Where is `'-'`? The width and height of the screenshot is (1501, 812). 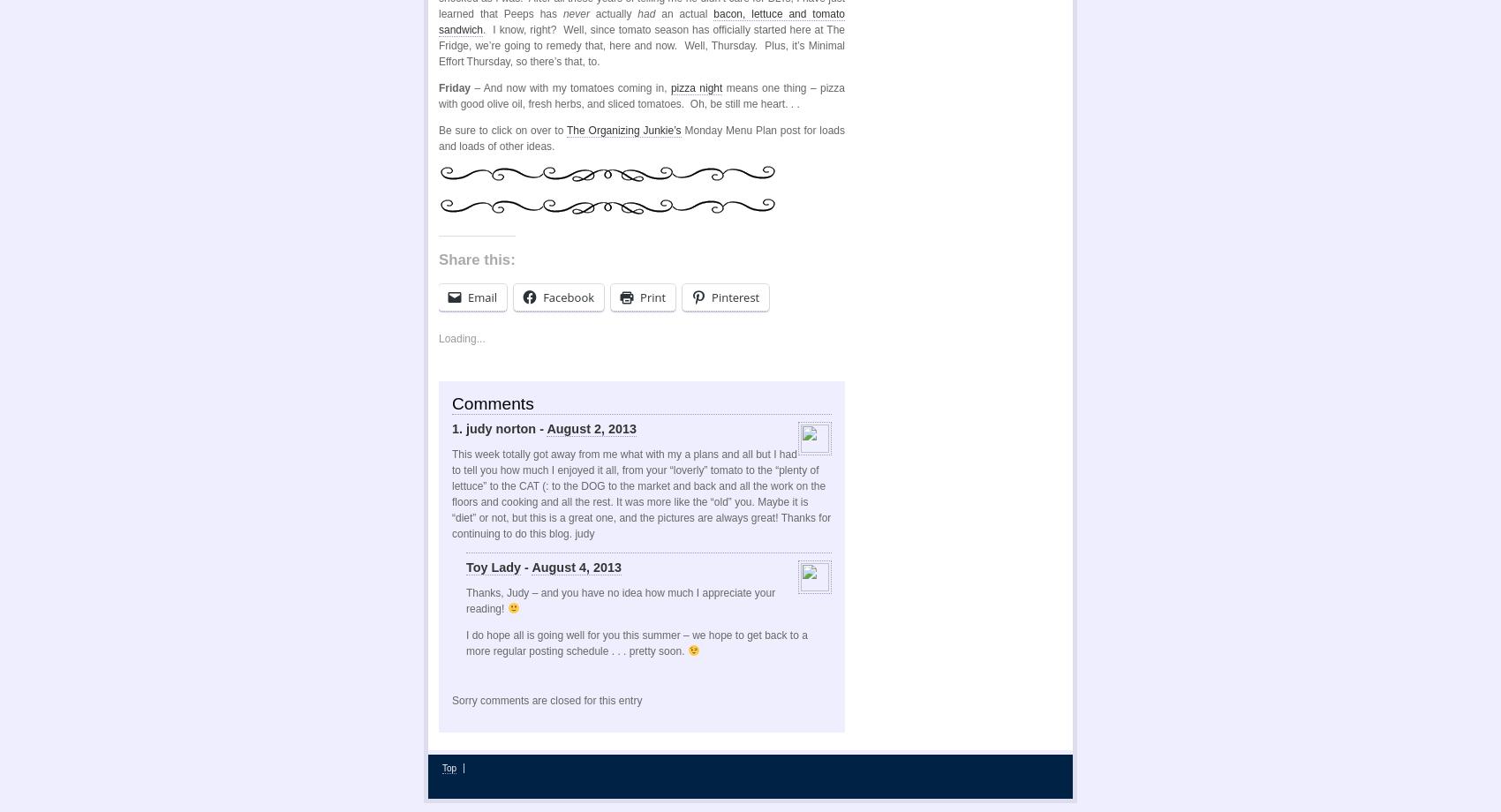
'-' is located at coordinates (525, 565).